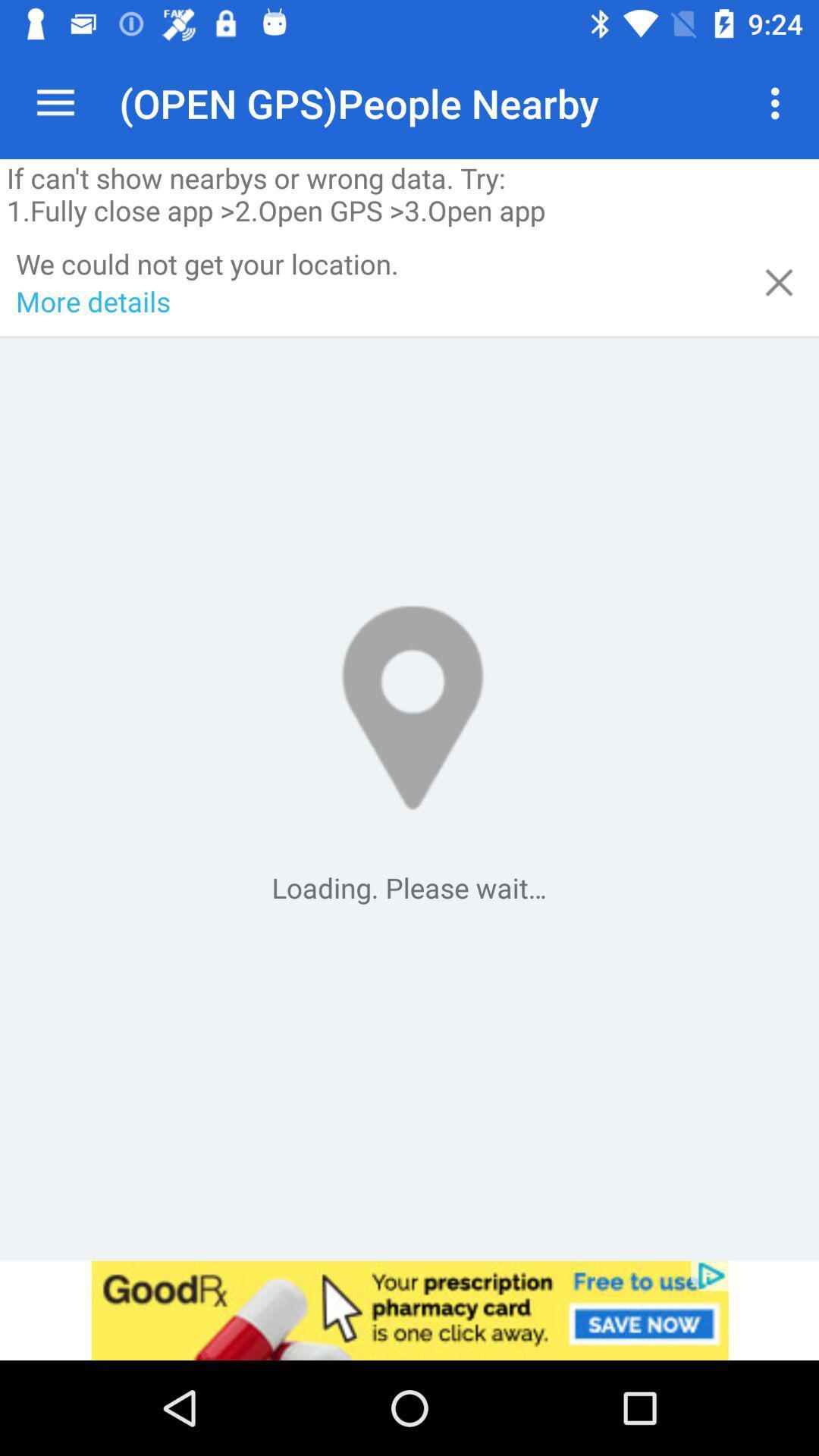 This screenshot has height=1456, width=819. I want to click on the location, so click(779, 282).